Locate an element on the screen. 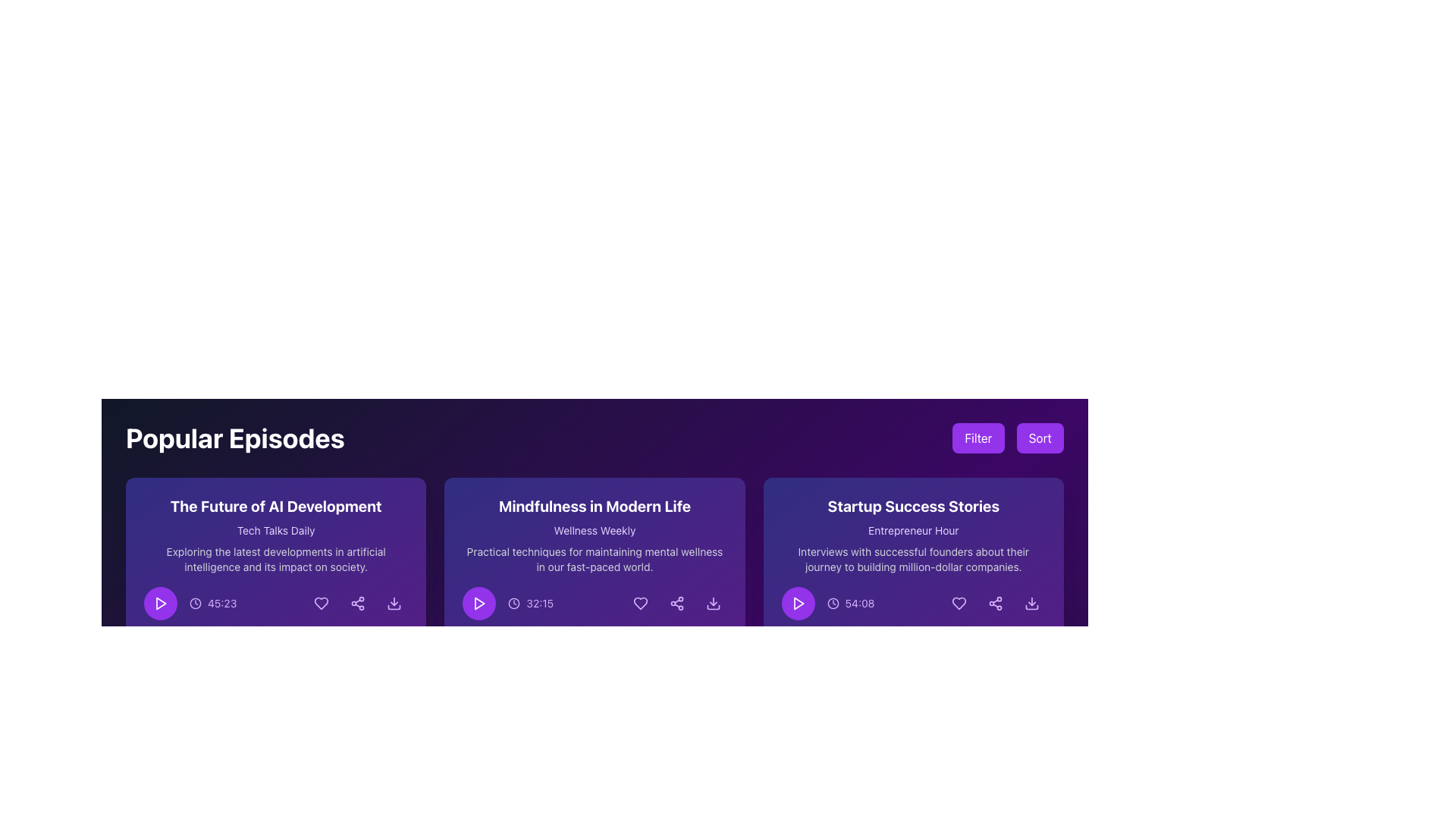  the purple share icon resembling a triangular pattern of three connected circles located at the bottom right of the 'Mindfulness in Modern Life' content card in the 'Popular Episodes' section to share content is located at coordinates (676, 602).